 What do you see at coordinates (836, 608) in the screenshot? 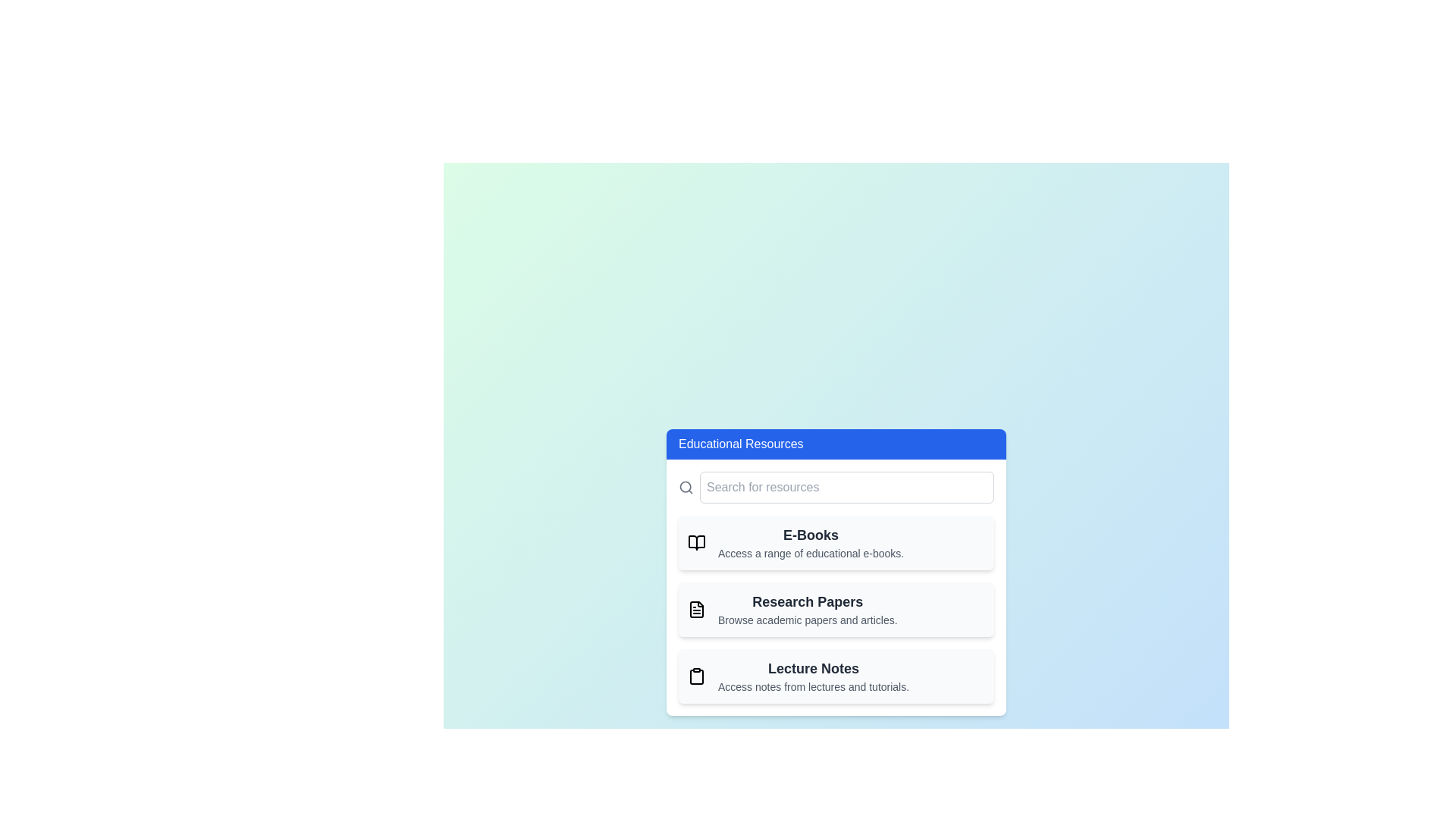
I see `the resource card titled 'Research Papers'` at bounding box center [836, 608].